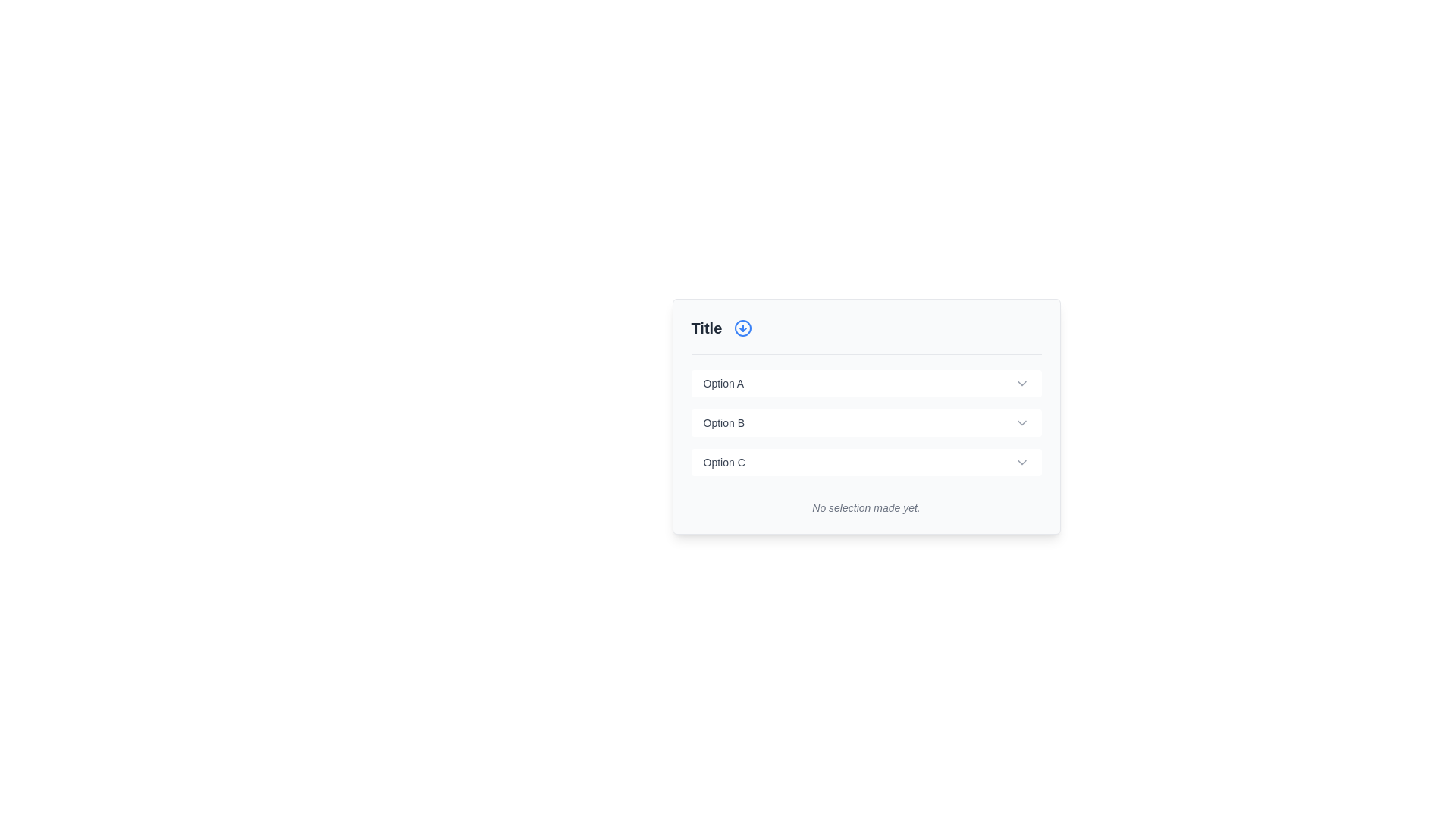  I want to click on text of the label displaying 'Option C', which is located in the lower part of the menu list, just below 'Option B', so click(723, 461).